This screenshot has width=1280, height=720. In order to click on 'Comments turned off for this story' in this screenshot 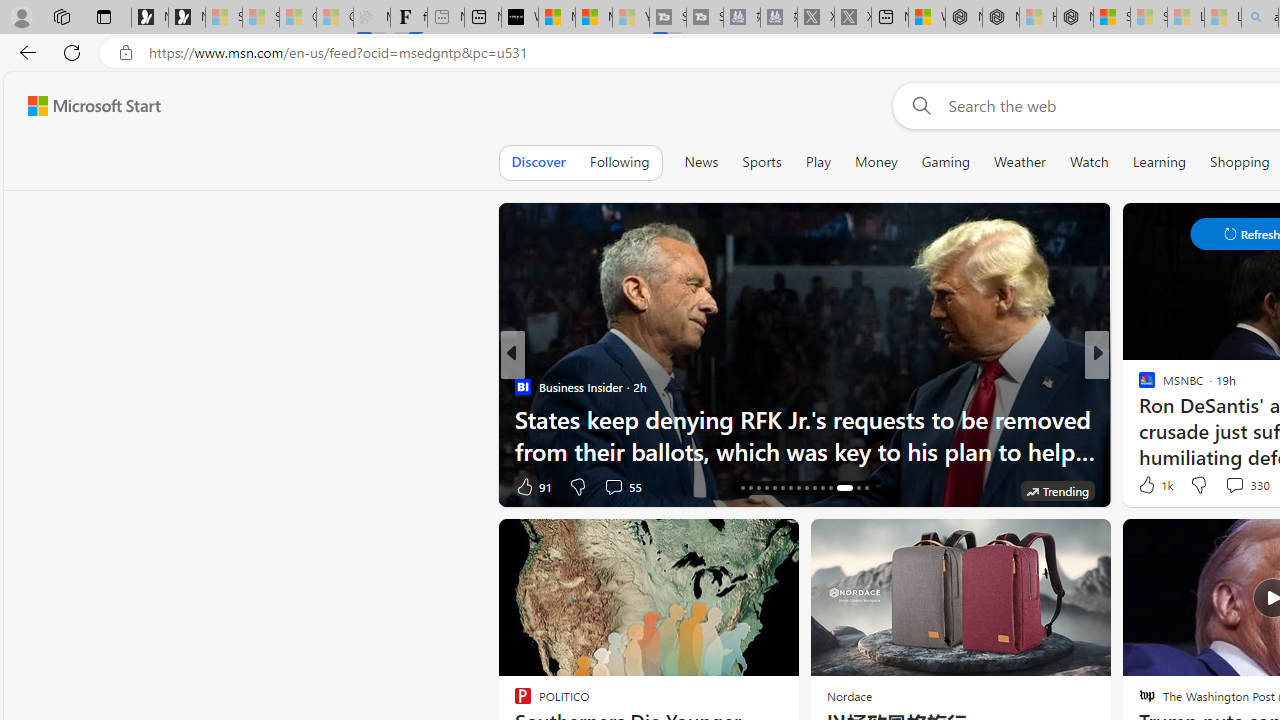, I will do `click(1221, 486)`.